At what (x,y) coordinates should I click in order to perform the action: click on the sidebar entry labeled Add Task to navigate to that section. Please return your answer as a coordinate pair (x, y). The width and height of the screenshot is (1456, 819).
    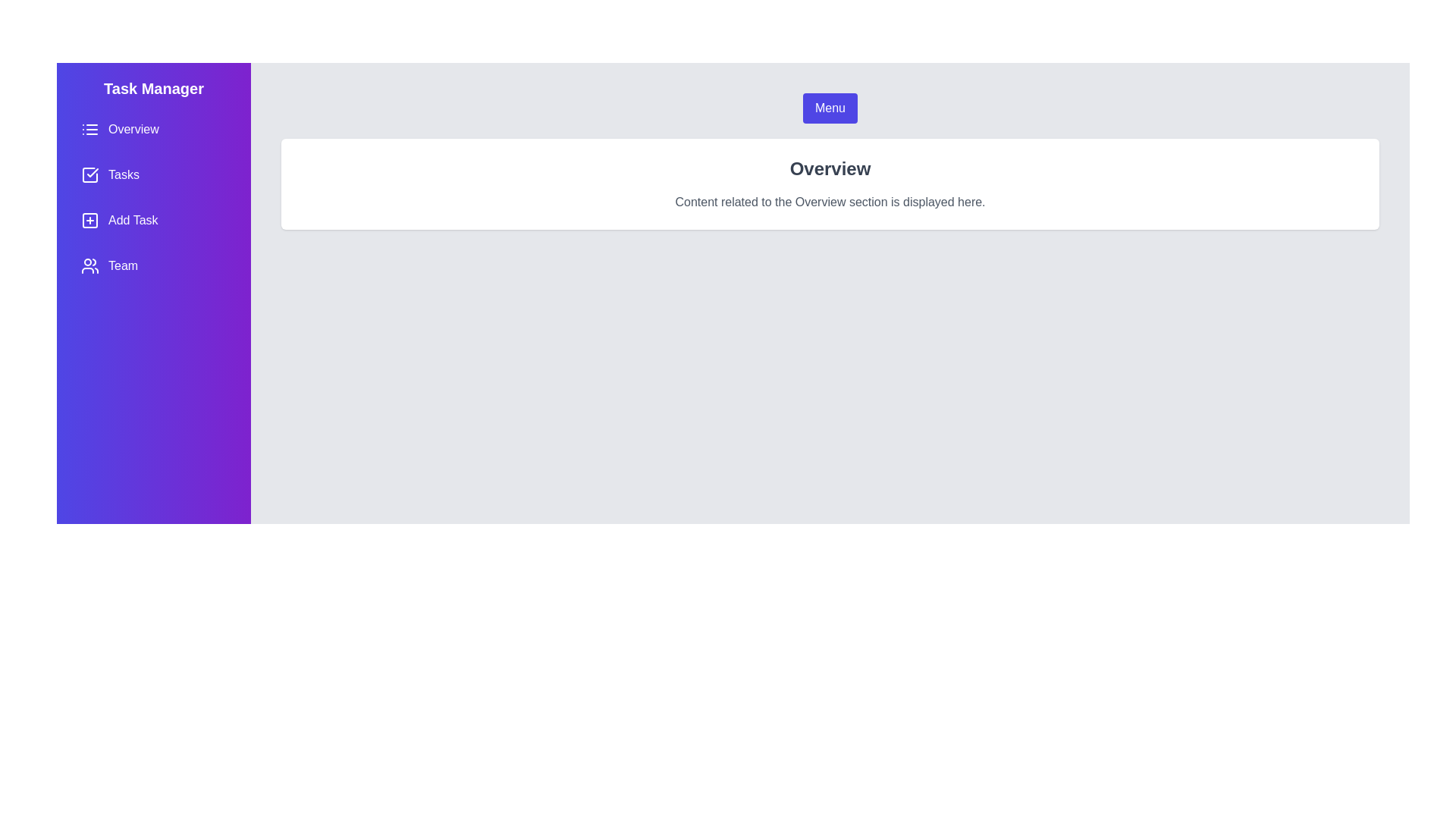
    Looking at the image, I should click on (153, 220).